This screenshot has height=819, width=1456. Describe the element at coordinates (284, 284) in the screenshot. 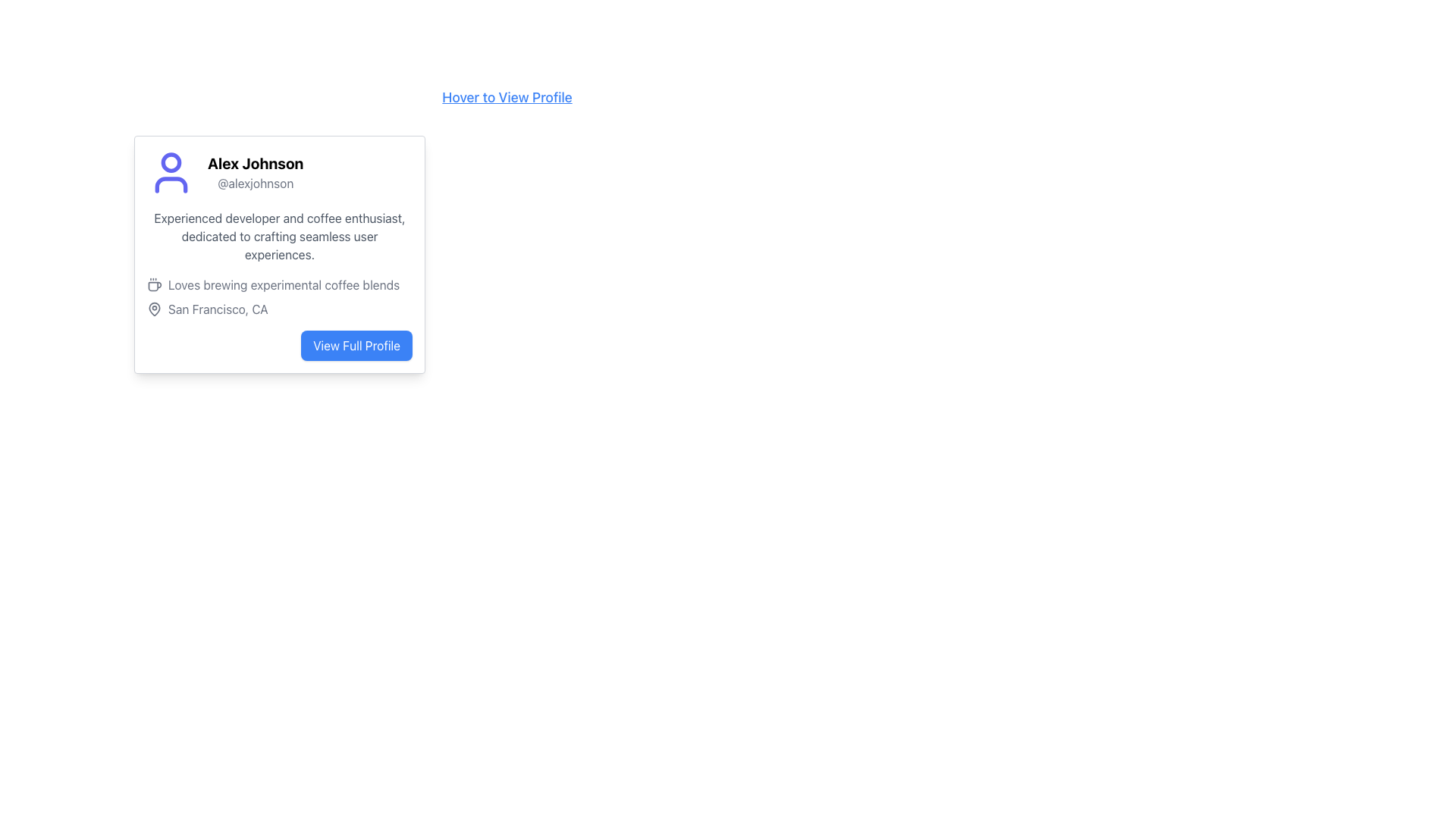

I see `the static text element displaying user preferences or hobbies, located at the lower portion of the card next to a coffee cup icon` at that location.